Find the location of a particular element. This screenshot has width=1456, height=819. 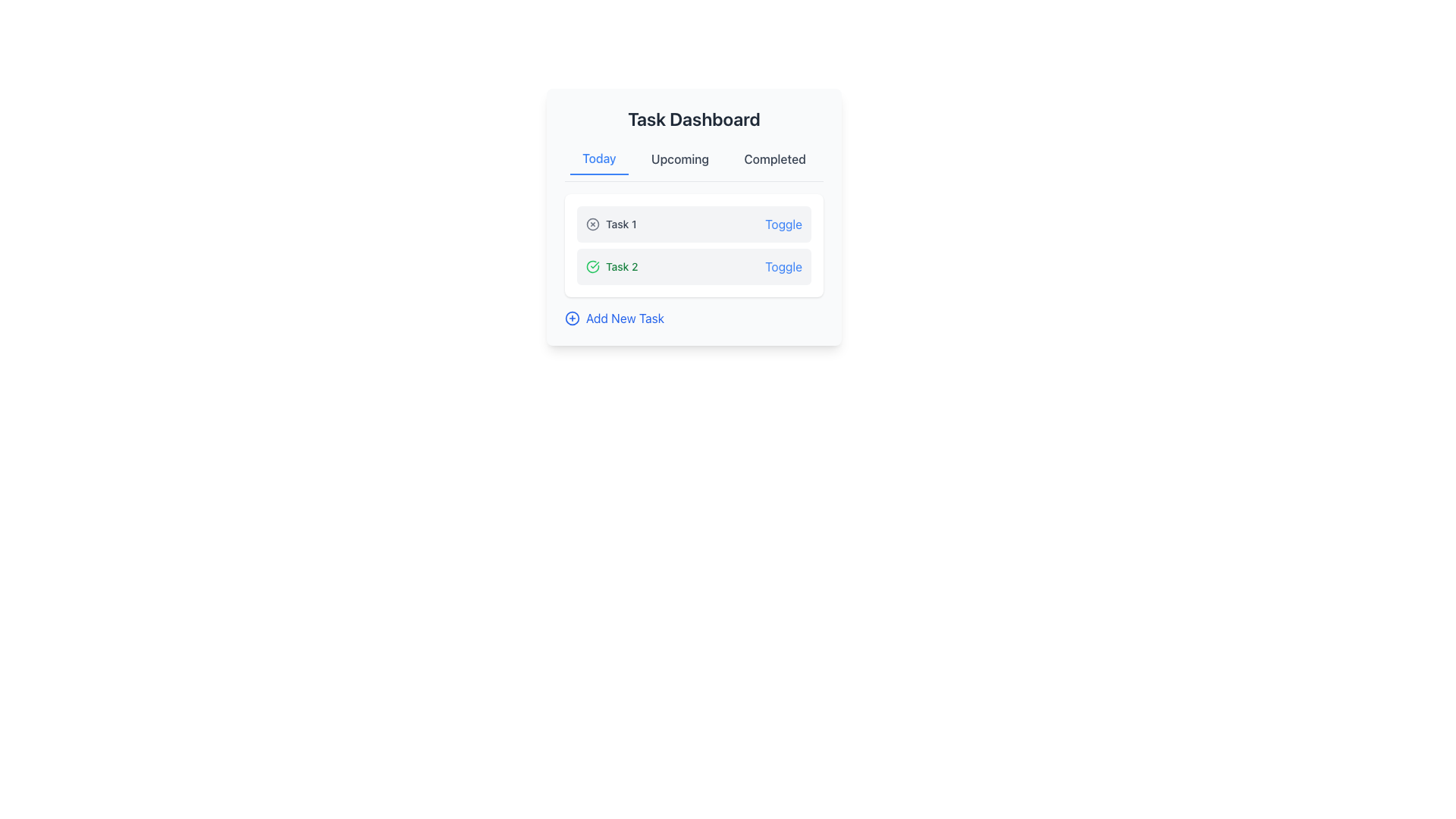

the heading element labeled 'Task Dashboard', which is styled in a large, bold font and is centered at the top of a card layout is located at coordinates (693, 118).